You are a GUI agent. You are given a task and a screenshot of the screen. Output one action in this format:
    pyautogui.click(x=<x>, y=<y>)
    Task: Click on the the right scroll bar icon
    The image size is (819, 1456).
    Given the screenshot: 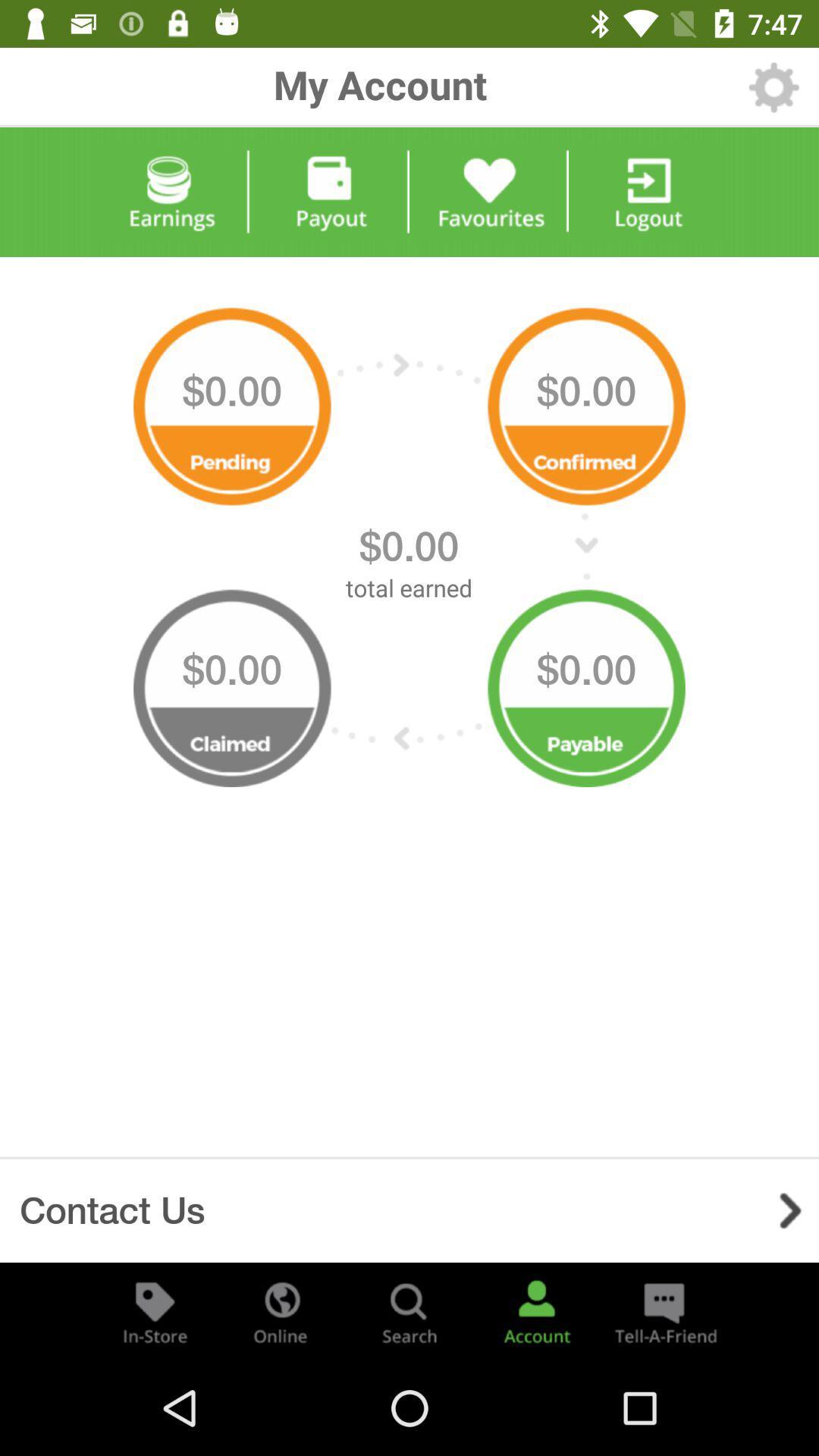 What is the action you would take?
    pyautogui.click(x=789, y=1210)
    